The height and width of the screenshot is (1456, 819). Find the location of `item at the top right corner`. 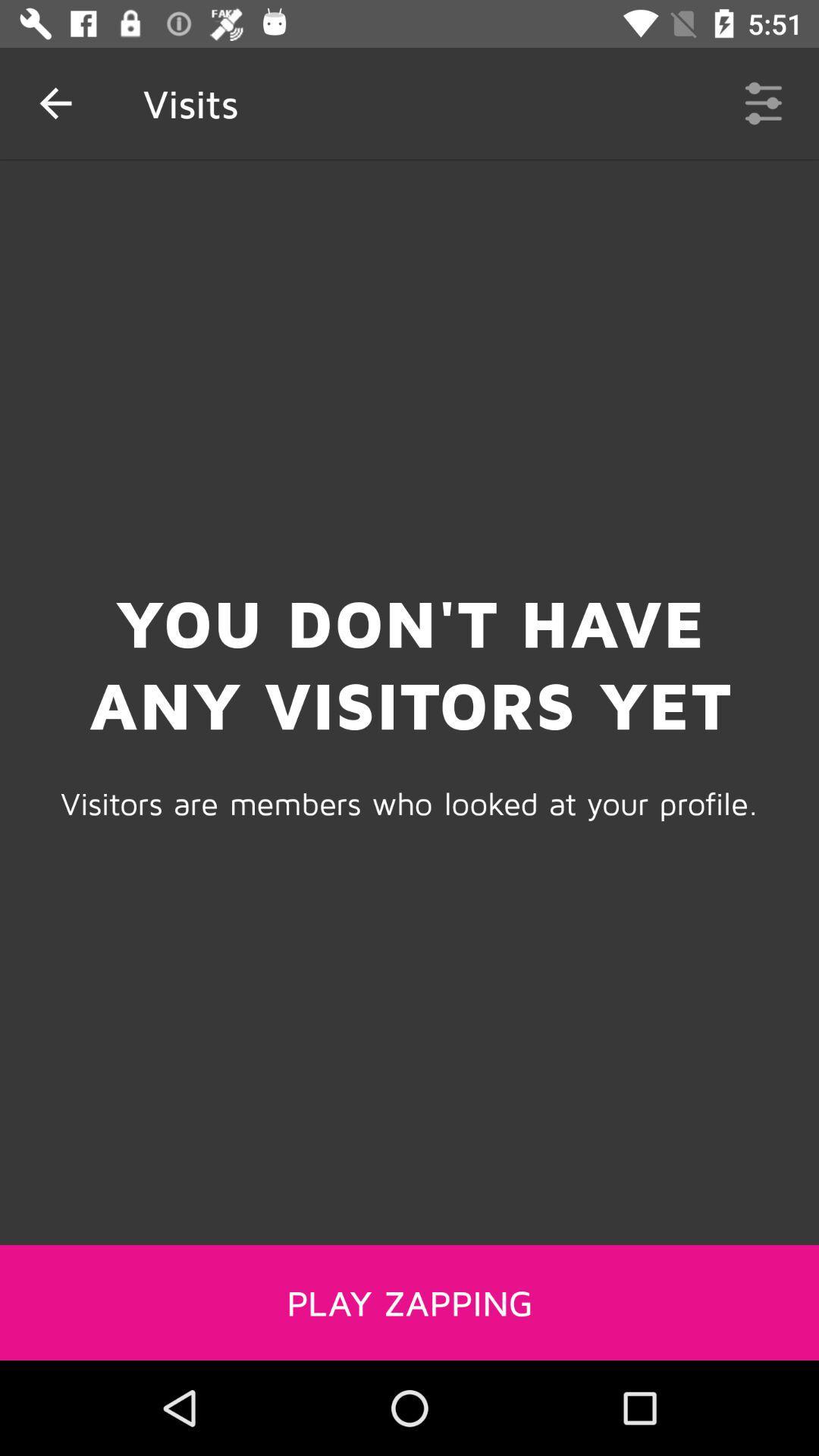

item at the top right corner is located at coordinates (763, 102).